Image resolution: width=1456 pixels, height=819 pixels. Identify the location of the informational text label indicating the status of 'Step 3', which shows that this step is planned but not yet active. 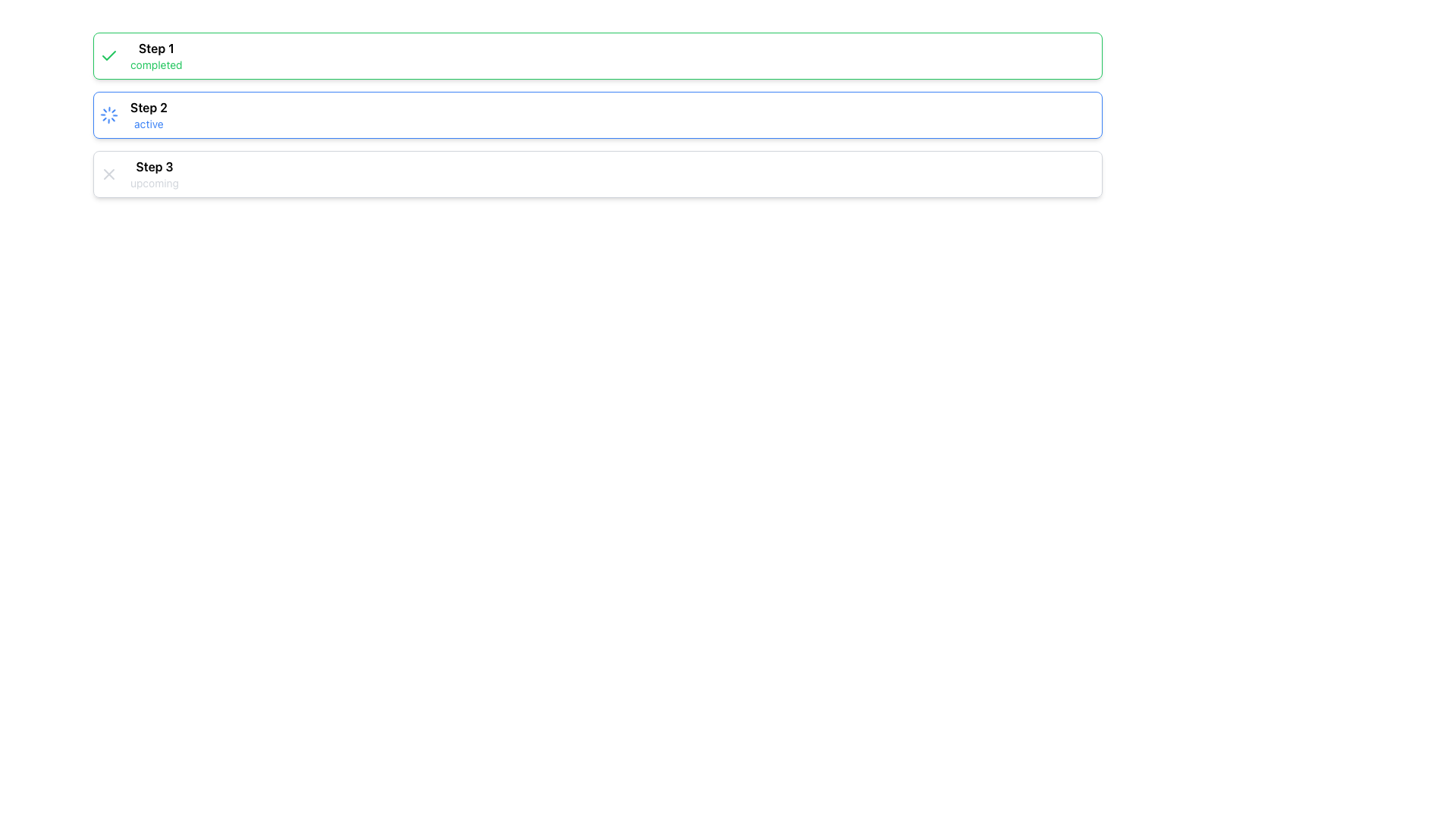
(154, 183).